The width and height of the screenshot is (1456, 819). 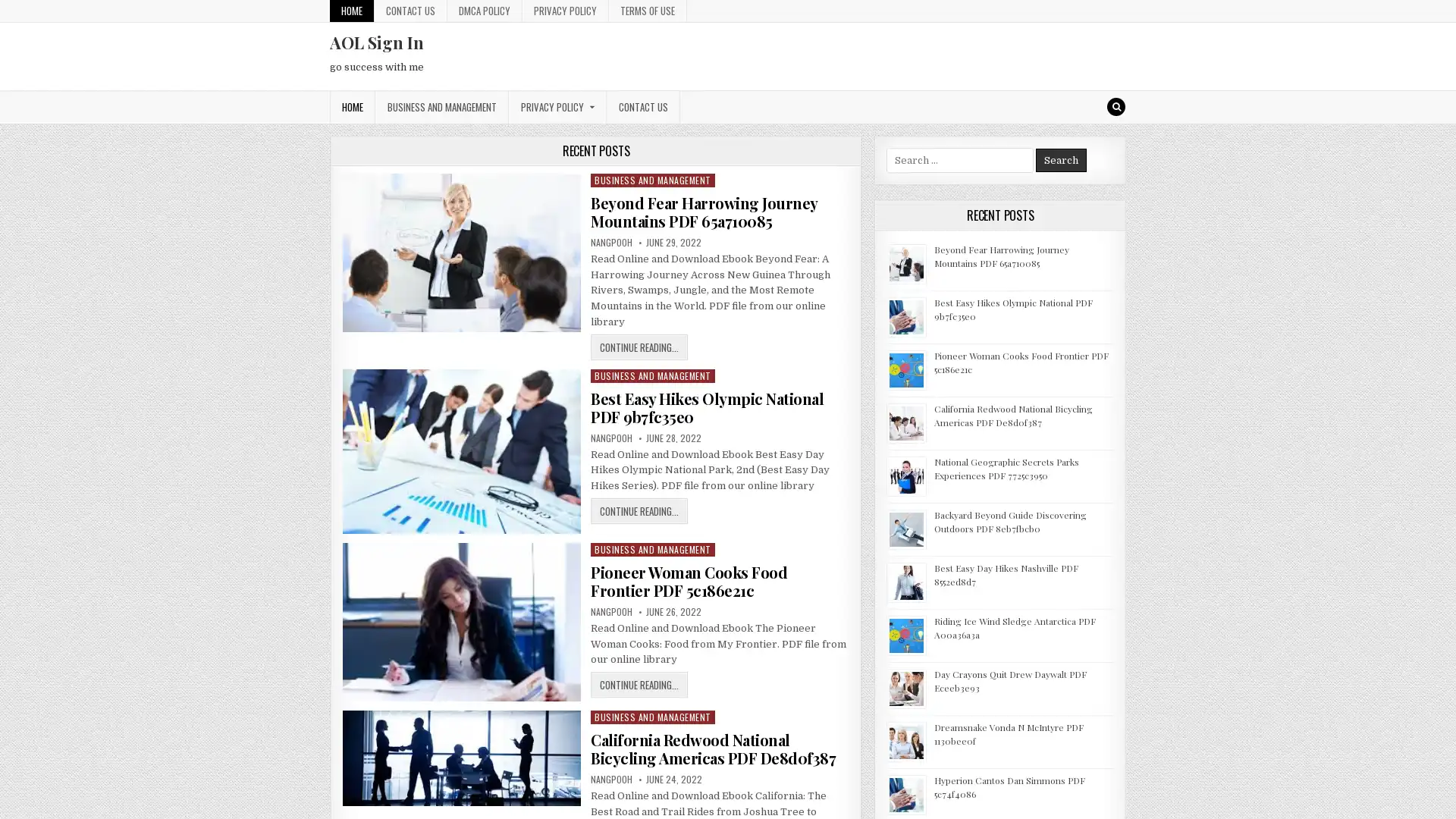 I want to click on Search, so click(x=1060, y=160).